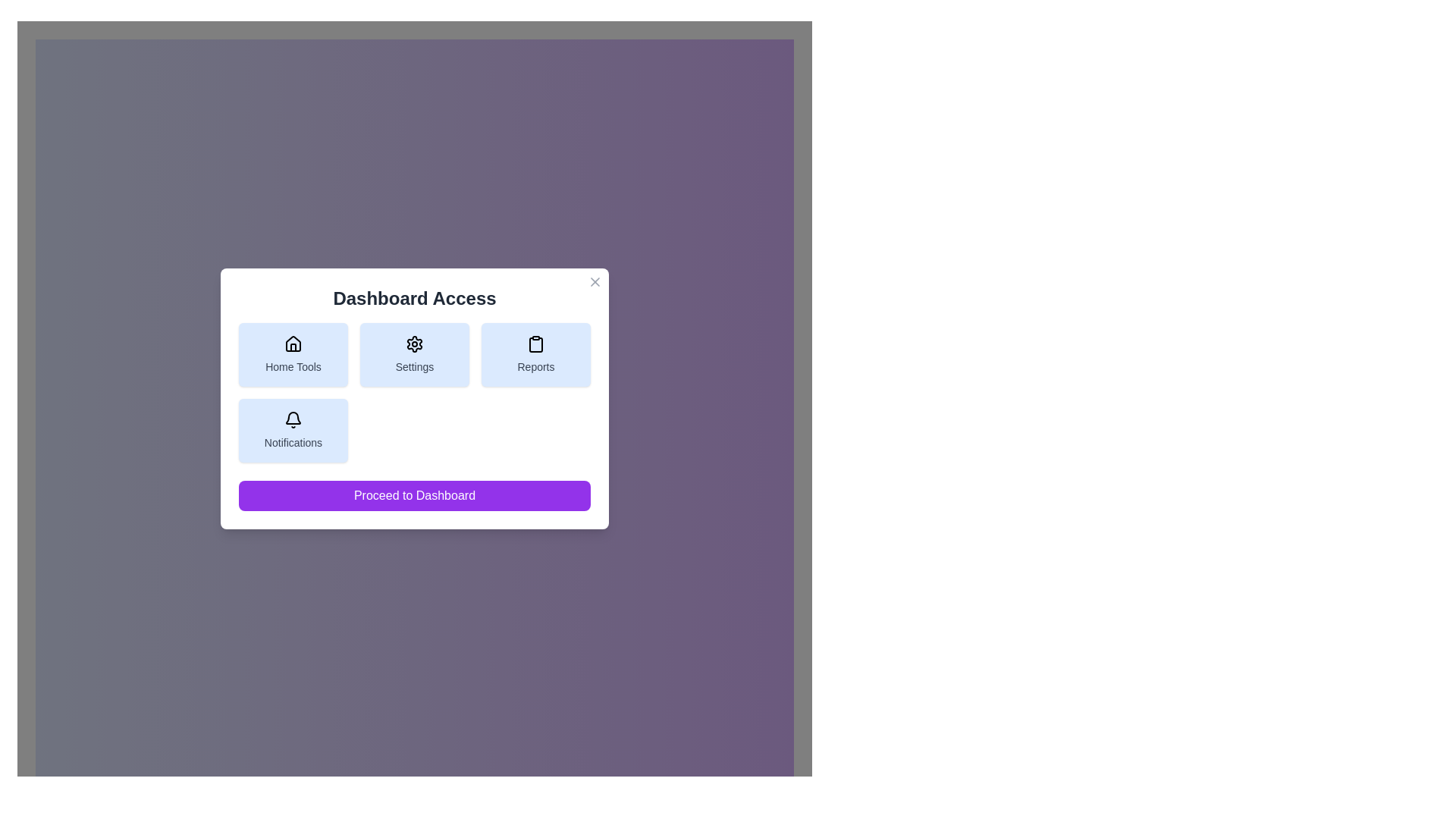  What do you see at coordinates (293, 442) in the screenshot?
I see `the 'Notifications' text element, which is a small, medium-weight grey label positioned below a bell icon on a light blue button` at bounding box center [293, 442].